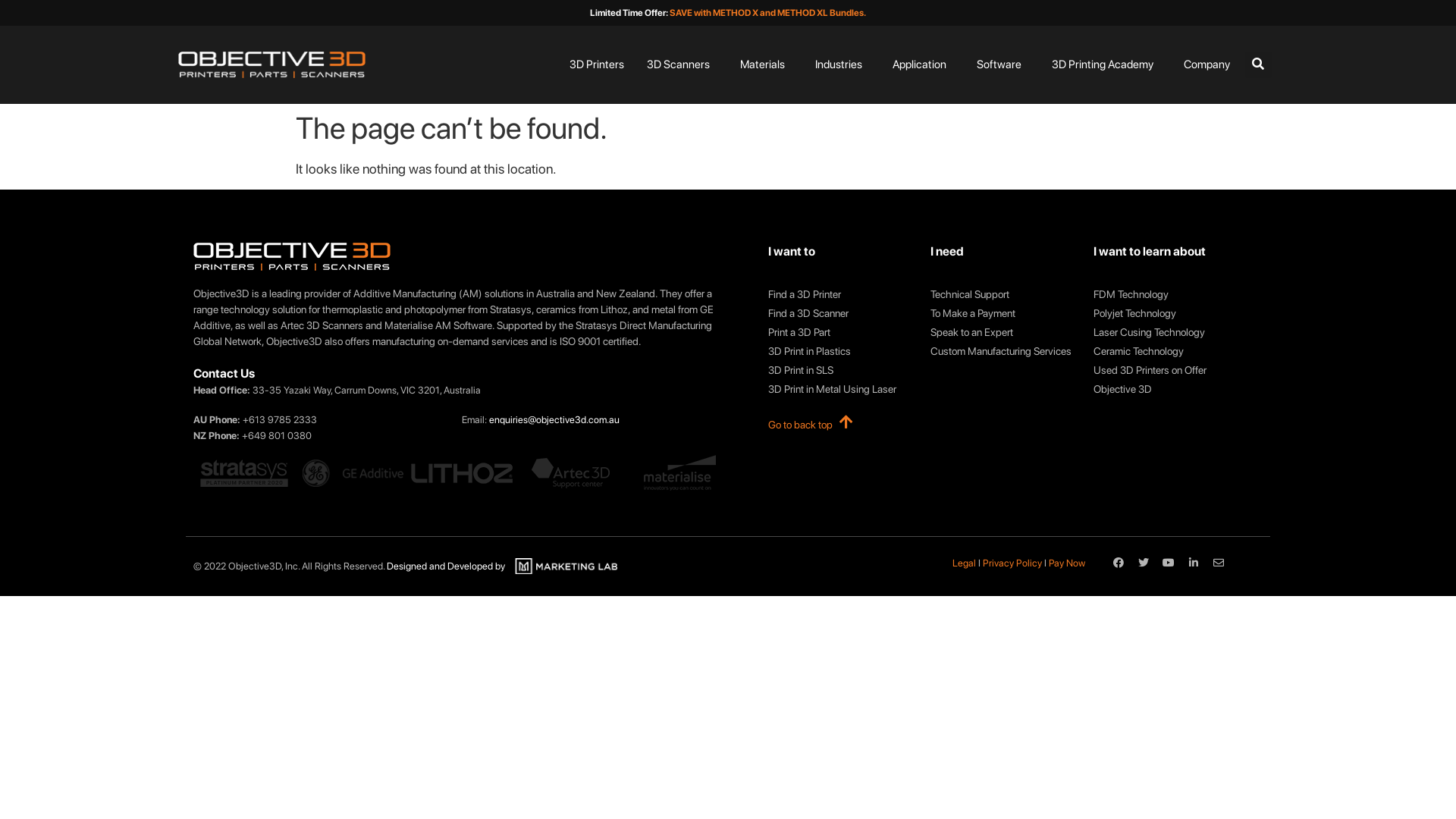 The width and height of the screenshot is (1456, 819). What do you see at coordinates (1165, 351) in the screenshot?
I see `'Ceramic Technology'` at bounding box center [1165, 351].